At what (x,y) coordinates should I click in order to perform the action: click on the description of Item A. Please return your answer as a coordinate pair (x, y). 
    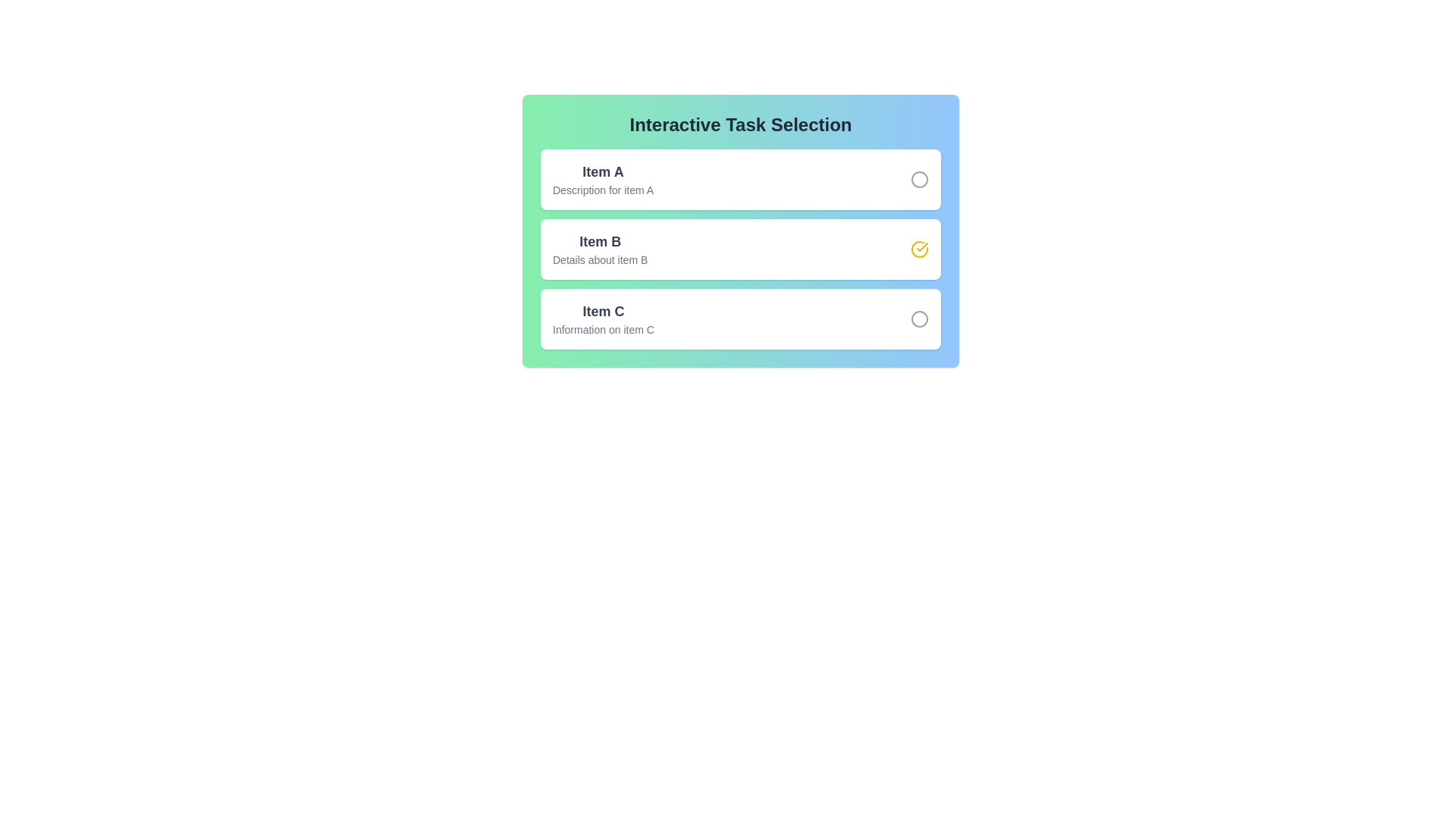
    Looking at the image, I should click on (602, 178).